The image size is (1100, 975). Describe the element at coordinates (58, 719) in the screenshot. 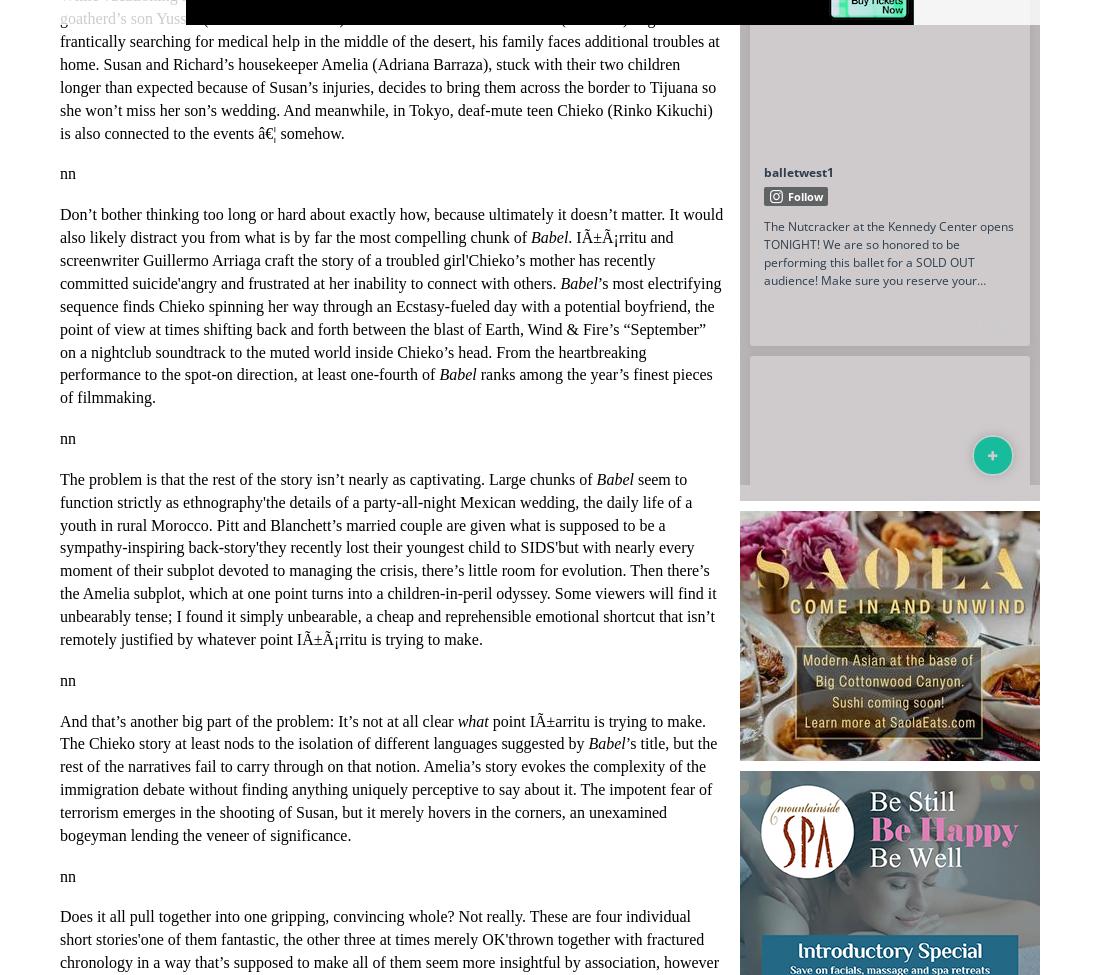

I see `'And that’s another big part of the problem: It’s not at all clear'` at that location.